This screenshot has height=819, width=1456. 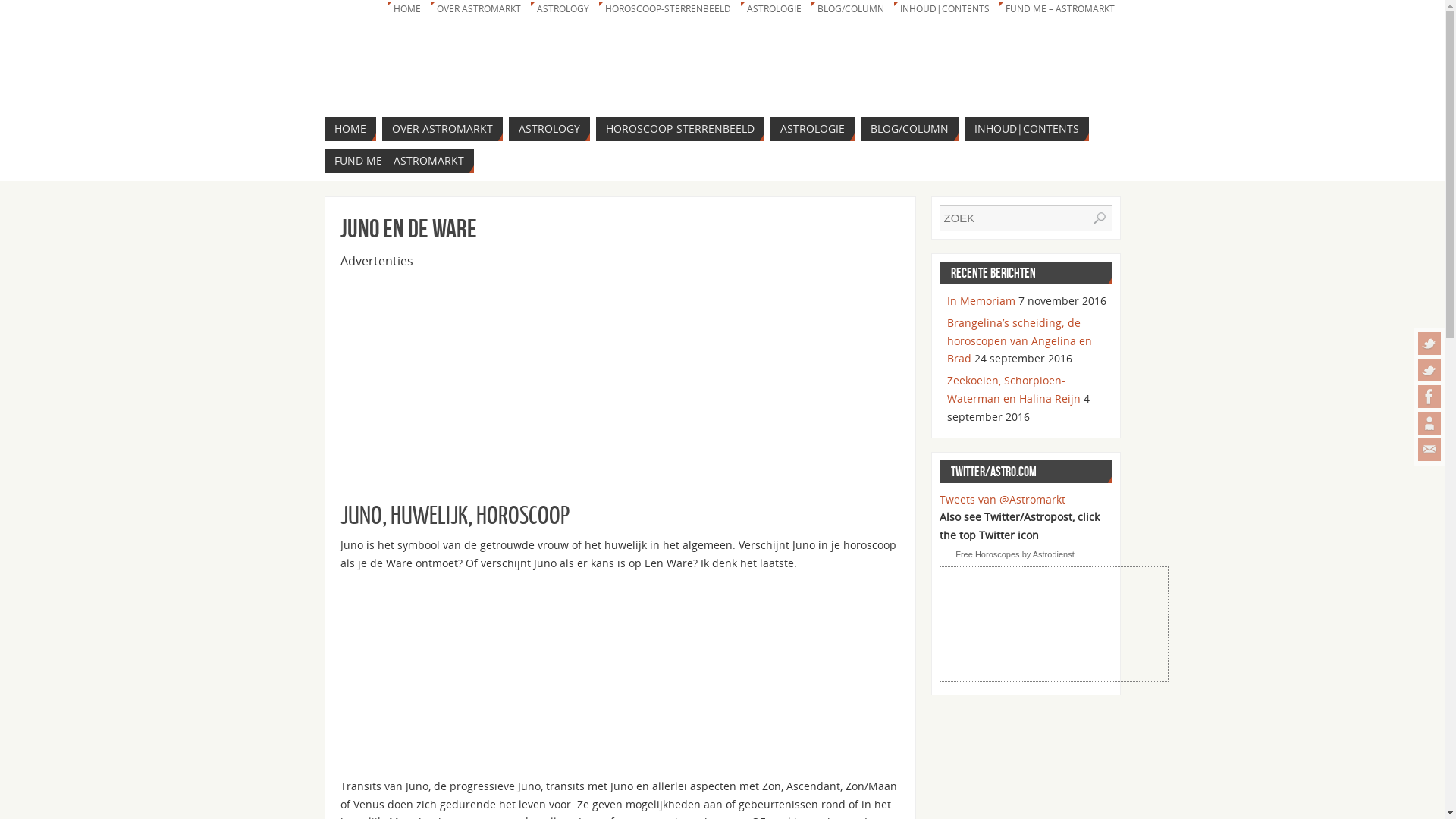 I want to click on 'INHOUD|CONTENTS', so click(x=892, y=8).